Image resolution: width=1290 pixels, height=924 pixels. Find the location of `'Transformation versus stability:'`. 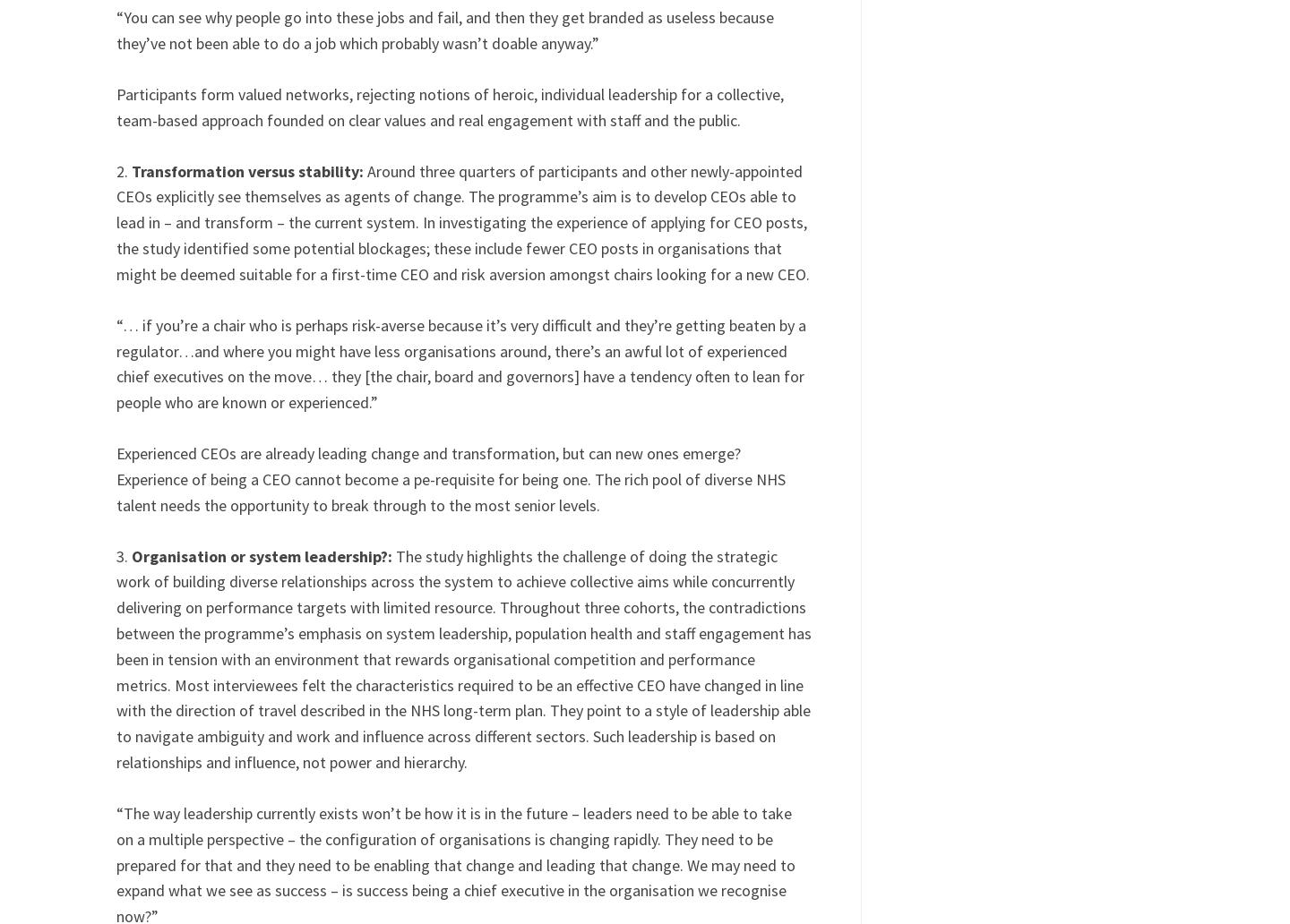

'Transformation versus stability:' is located at coordinates (131, 169).